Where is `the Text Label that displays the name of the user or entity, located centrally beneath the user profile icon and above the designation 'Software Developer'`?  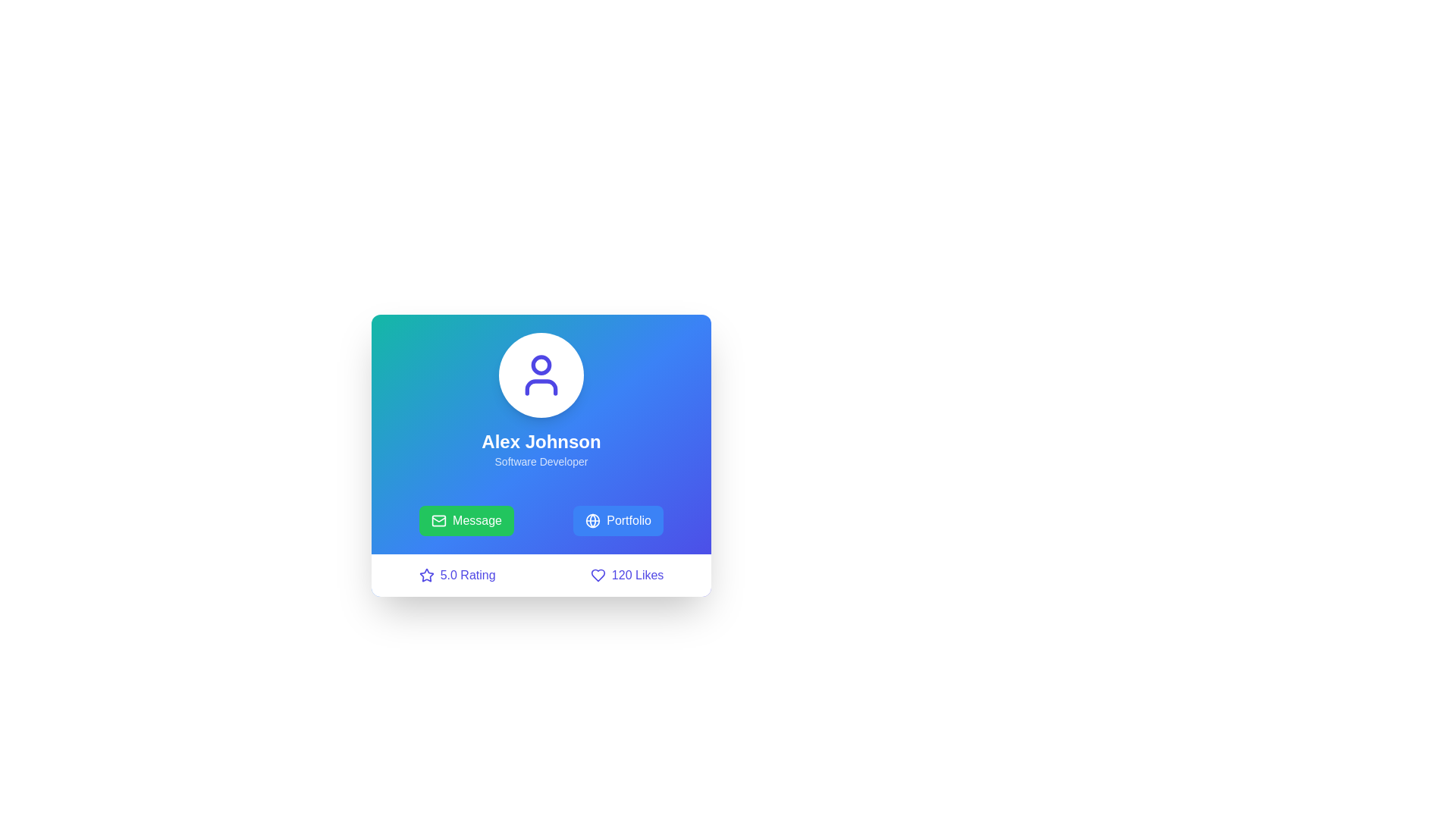 the Text Label that displays the name of the user or entity, located centrally beneath the user profile icon and above the designation 'Software Developer' is located at coordinates (541, 441).